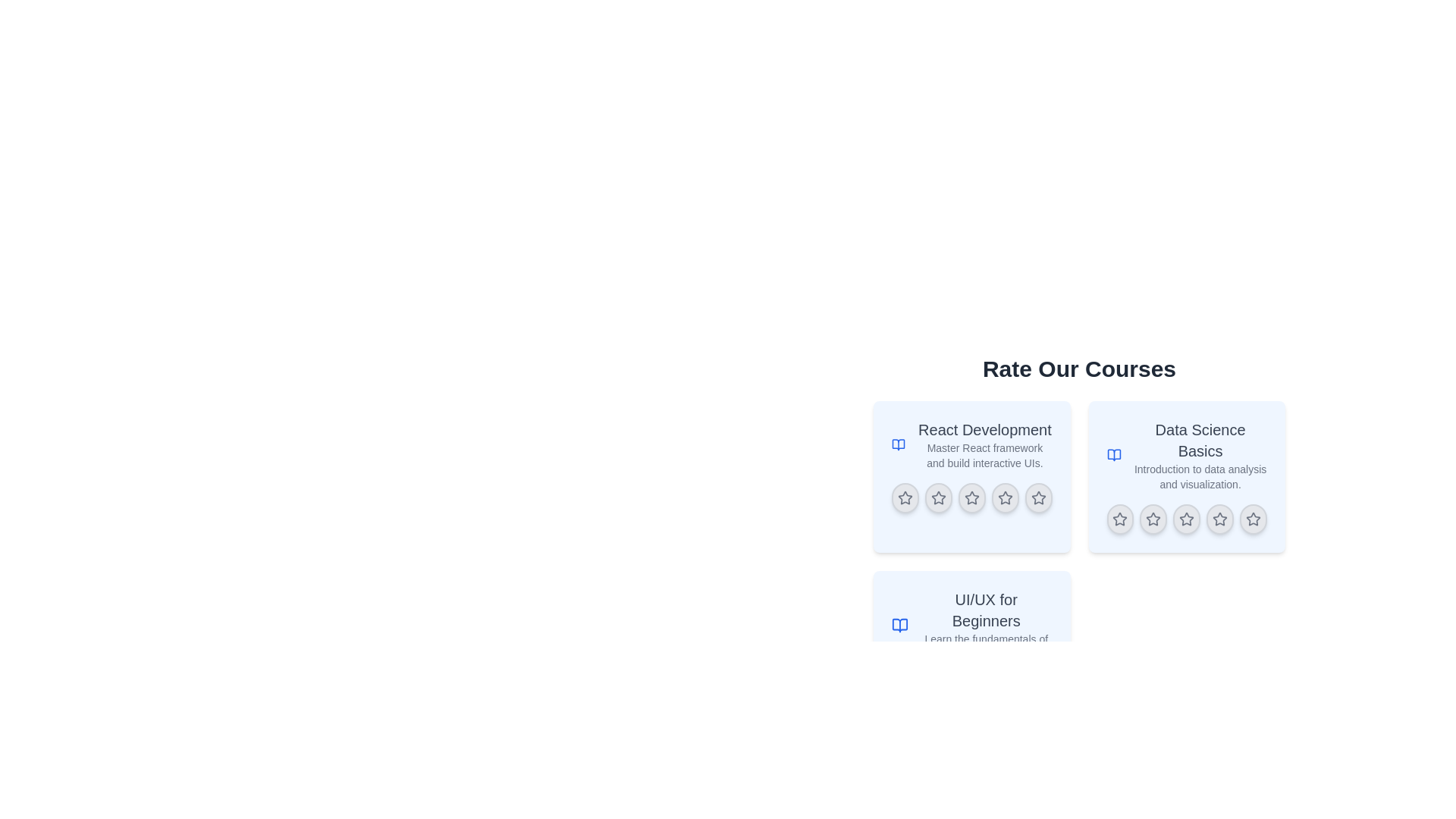  I want to click on the hollow star button with a gray border in the second column of the rating system for 'Data Science Basics' to rate it, so click(1120, 519).